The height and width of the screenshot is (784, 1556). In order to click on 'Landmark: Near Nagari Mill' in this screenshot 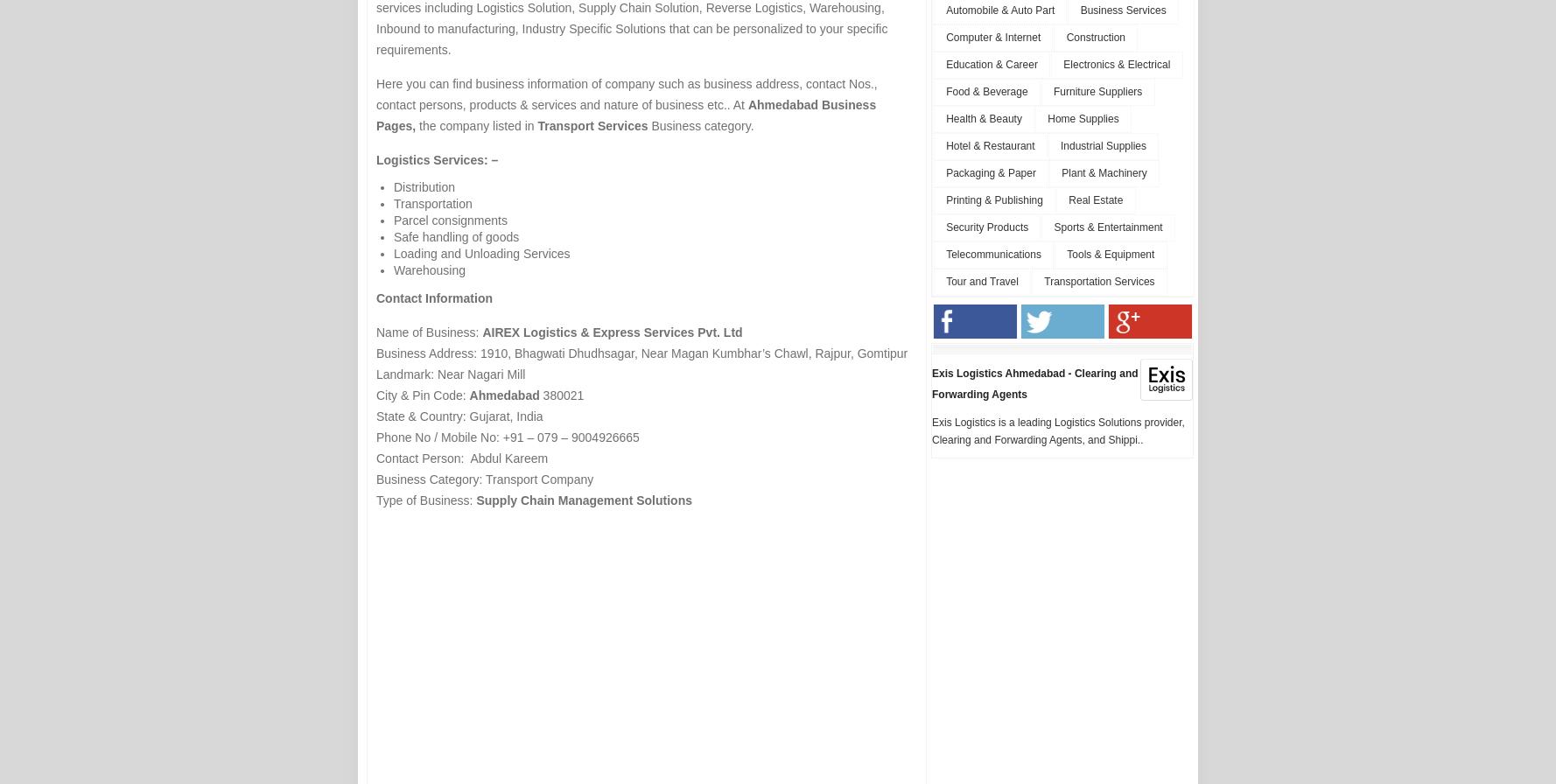, I will do `click(451, 374)`.